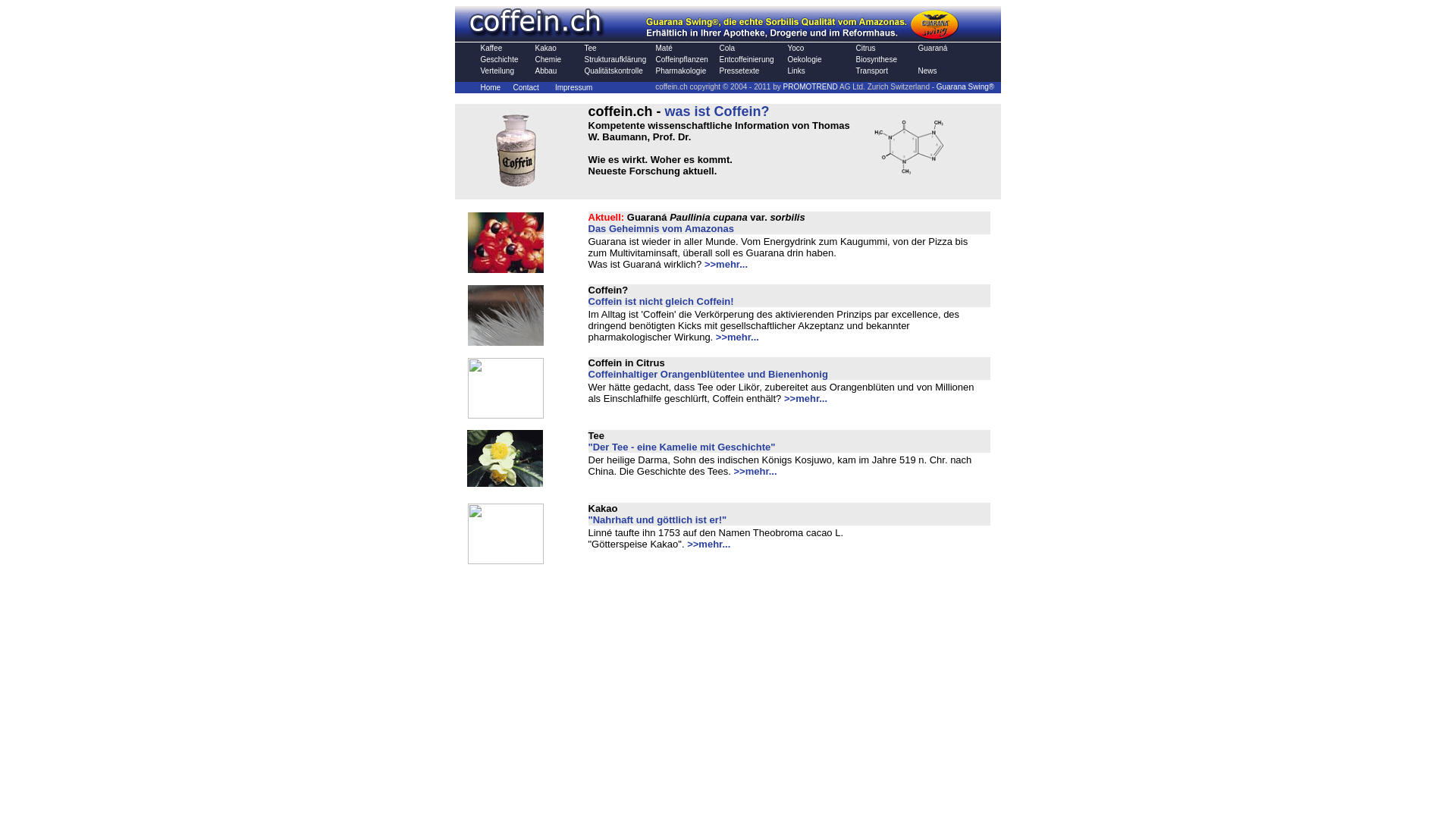 This screenshot has height=819, width=1456. Describe the element at coordinates (661, 295) in the screenshot. I see `'Coffein?` at that location.